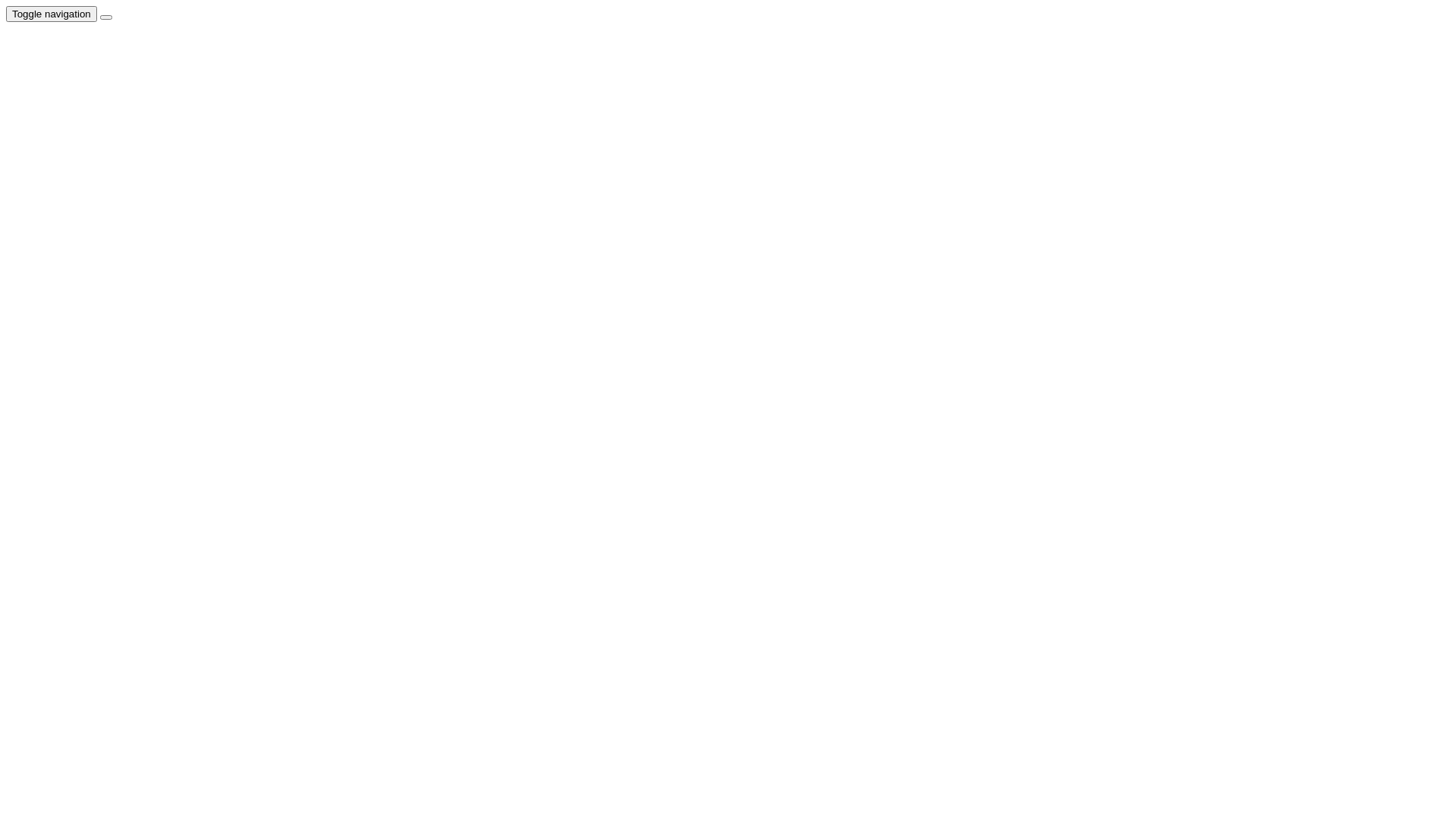 The image size is (1456, 819). I want to click on 'Toggle navigation', so click(51, 14).